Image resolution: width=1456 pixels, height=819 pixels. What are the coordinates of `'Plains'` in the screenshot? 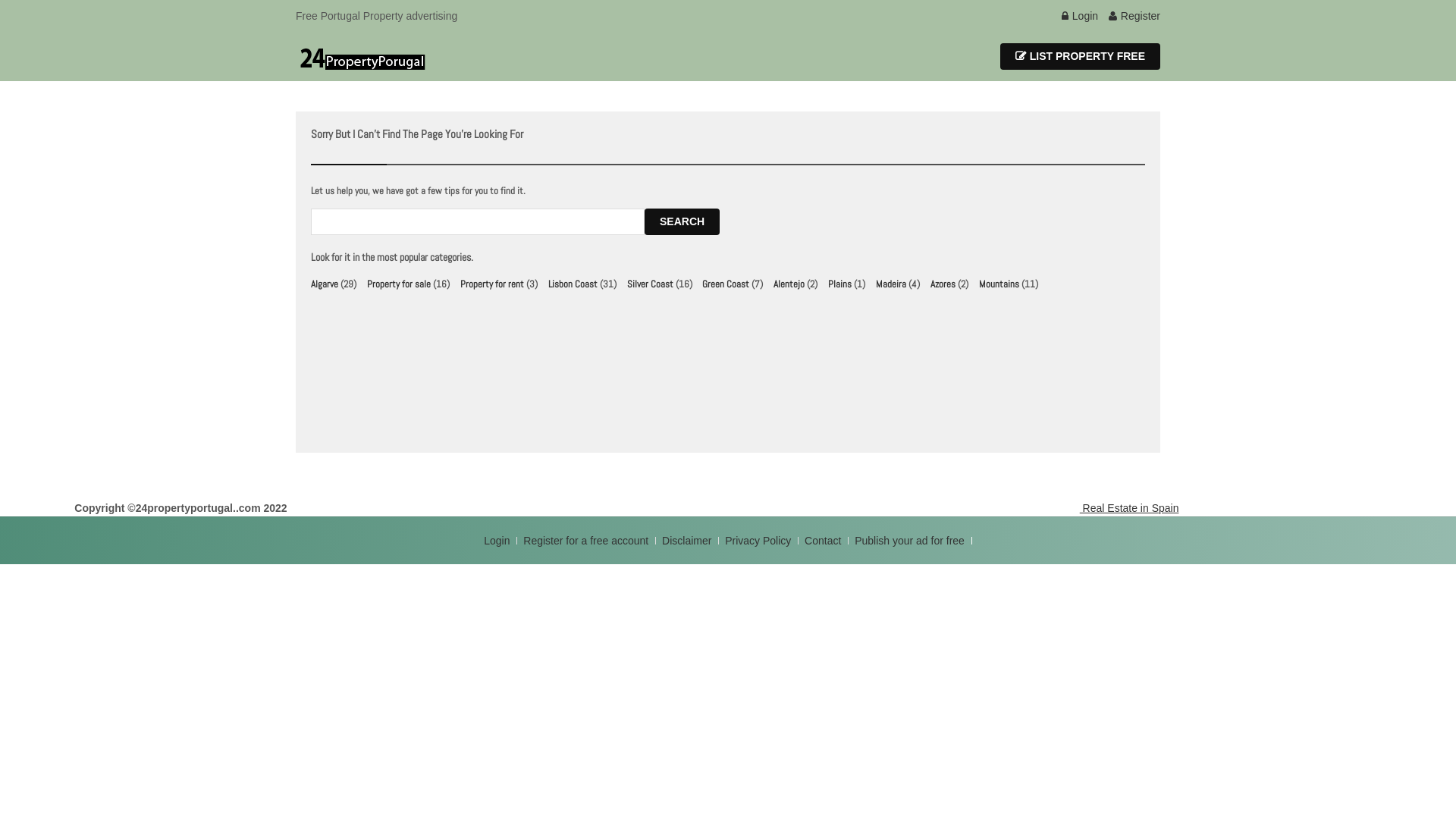 It's located at (839, 284).